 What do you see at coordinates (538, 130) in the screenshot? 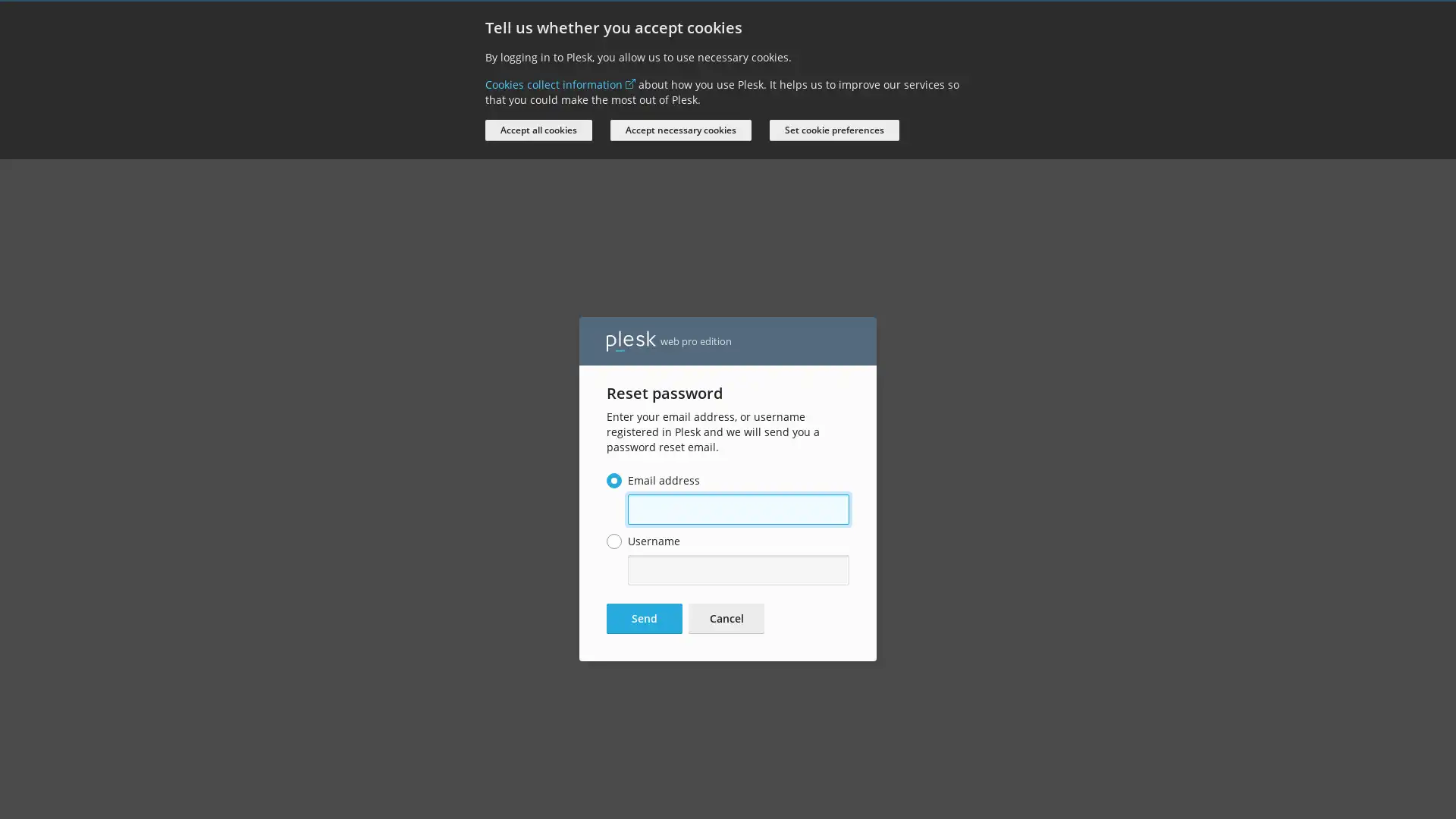
I see `Accept all cookies` at bounding box center [538, 130].